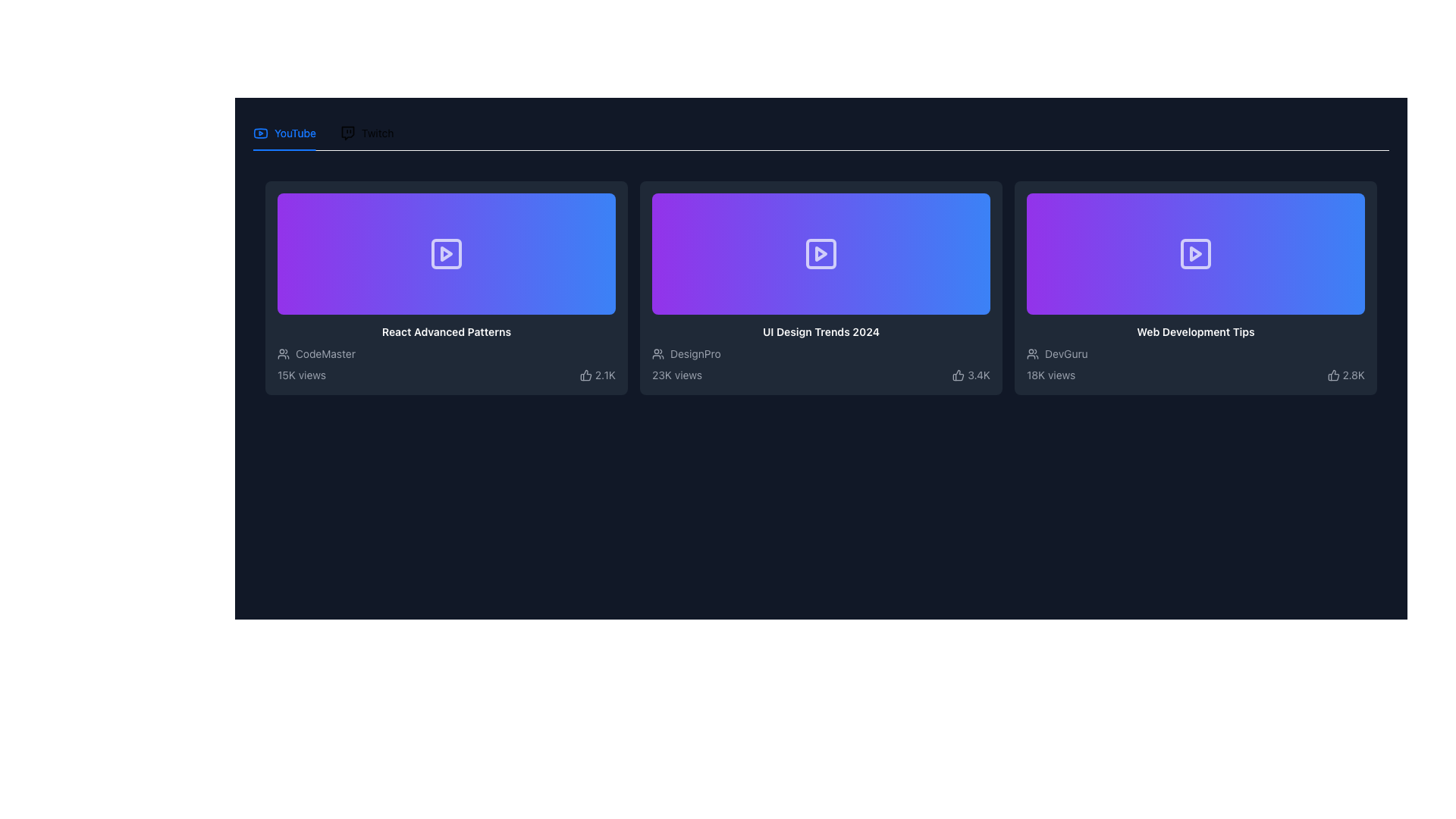  I want to click on the thumbs-up icon located at the bottom right corner of the content card, so click(585, 375).